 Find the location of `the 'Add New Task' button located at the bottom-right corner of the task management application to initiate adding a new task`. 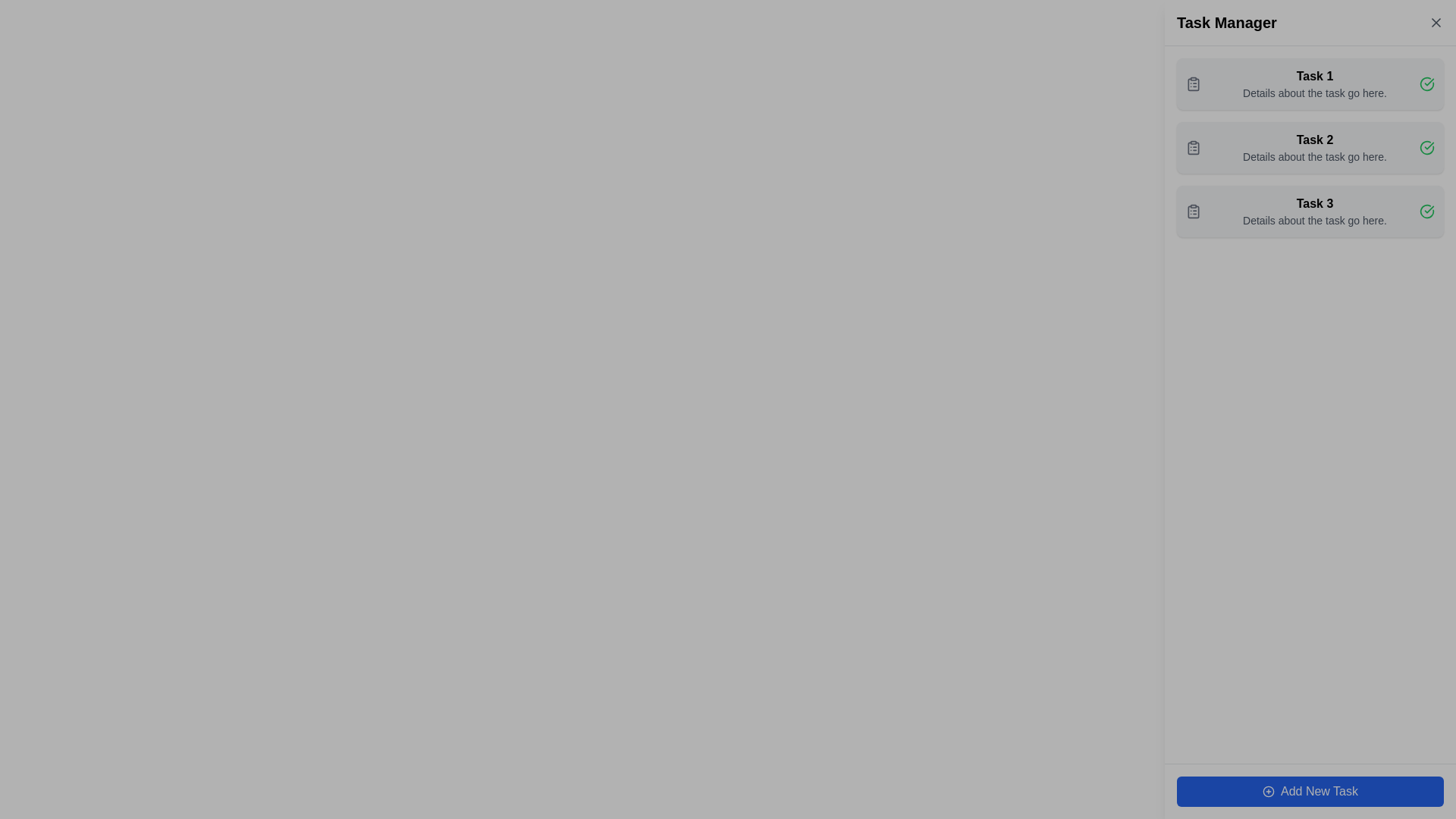

the 'Add New Task' button located at the bottom-right corner of the task management application to initiate adding a new task is located at coordinates (1310, 791).